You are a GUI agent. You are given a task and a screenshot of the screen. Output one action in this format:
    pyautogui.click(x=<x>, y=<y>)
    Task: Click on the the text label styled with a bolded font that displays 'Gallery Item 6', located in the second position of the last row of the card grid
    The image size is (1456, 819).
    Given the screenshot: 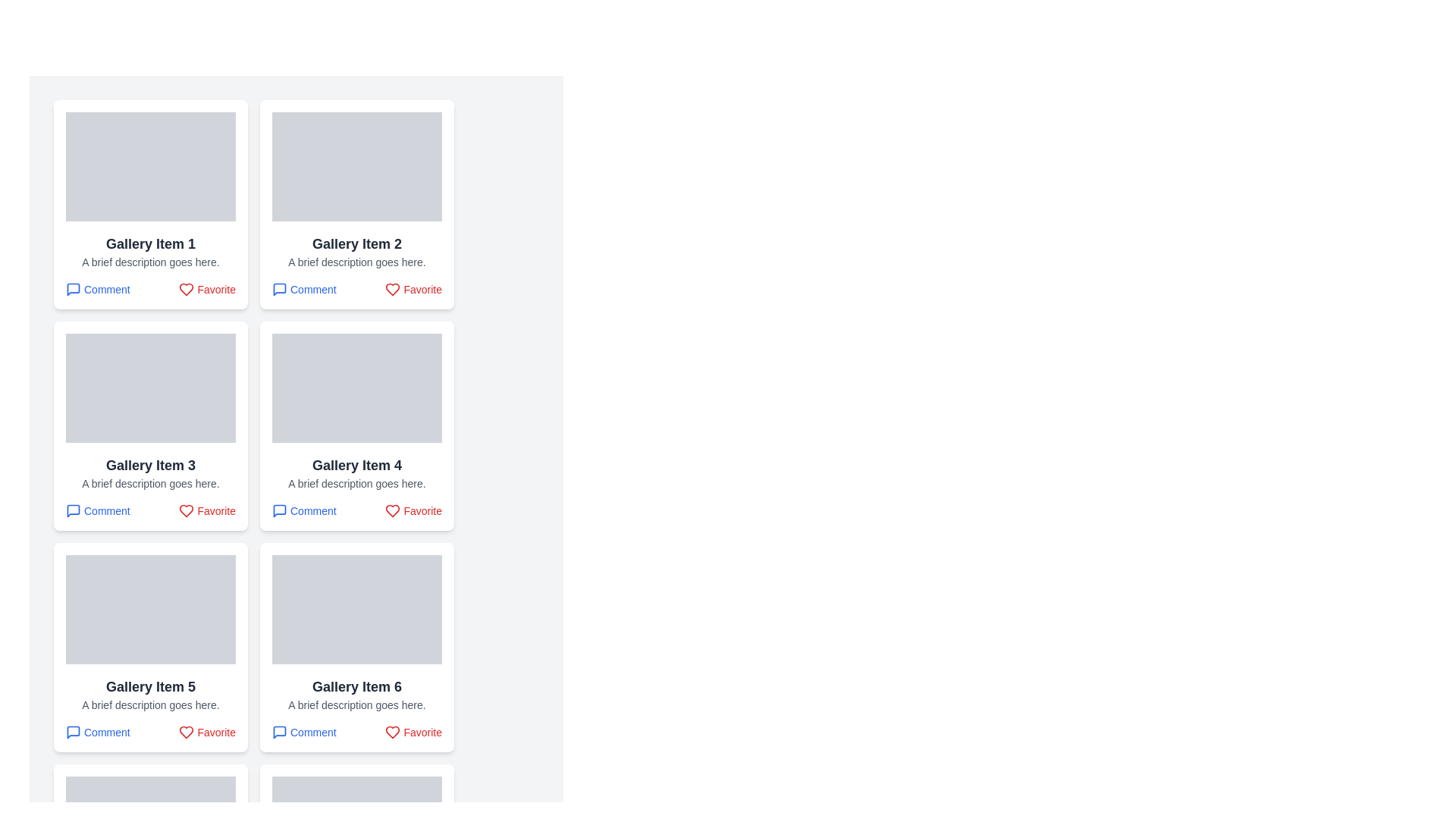 What is the action you would take?
    pyautogui.click(x=356, y=687)
    